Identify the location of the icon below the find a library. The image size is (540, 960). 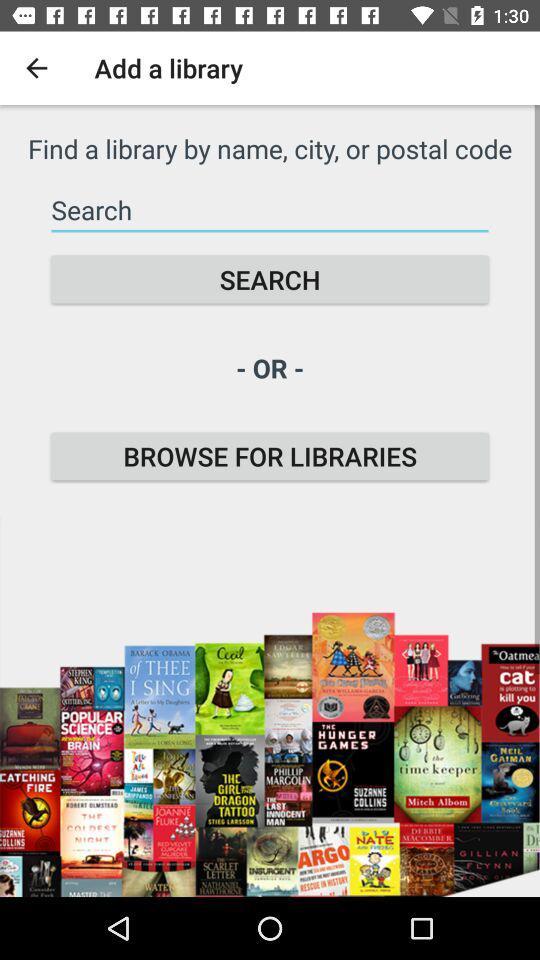
(270, 210).